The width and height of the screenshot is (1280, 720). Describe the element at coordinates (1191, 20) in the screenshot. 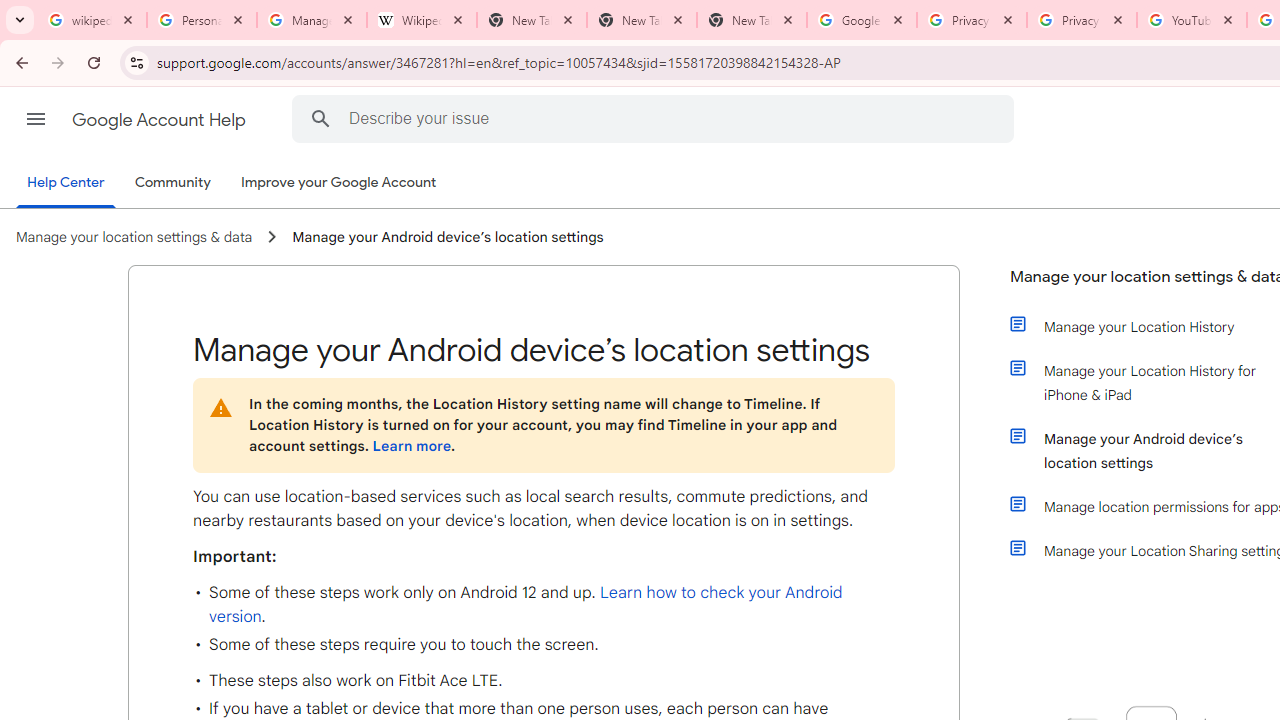

I see `'YouTube'` at that location.